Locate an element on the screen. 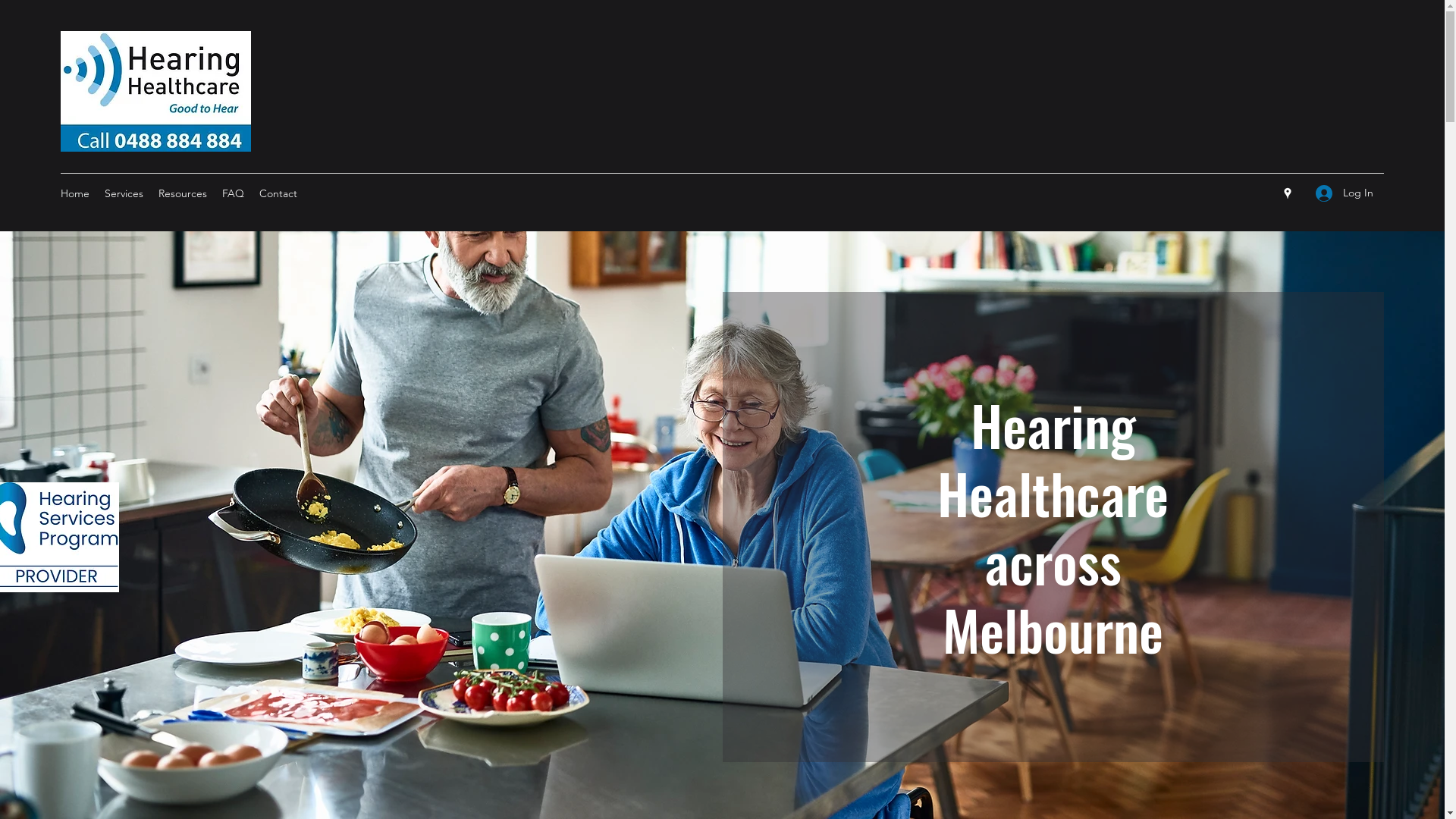 The height and width of the screenshot is (819, 1456). 'Resources' is located at coordinates (182, 192).